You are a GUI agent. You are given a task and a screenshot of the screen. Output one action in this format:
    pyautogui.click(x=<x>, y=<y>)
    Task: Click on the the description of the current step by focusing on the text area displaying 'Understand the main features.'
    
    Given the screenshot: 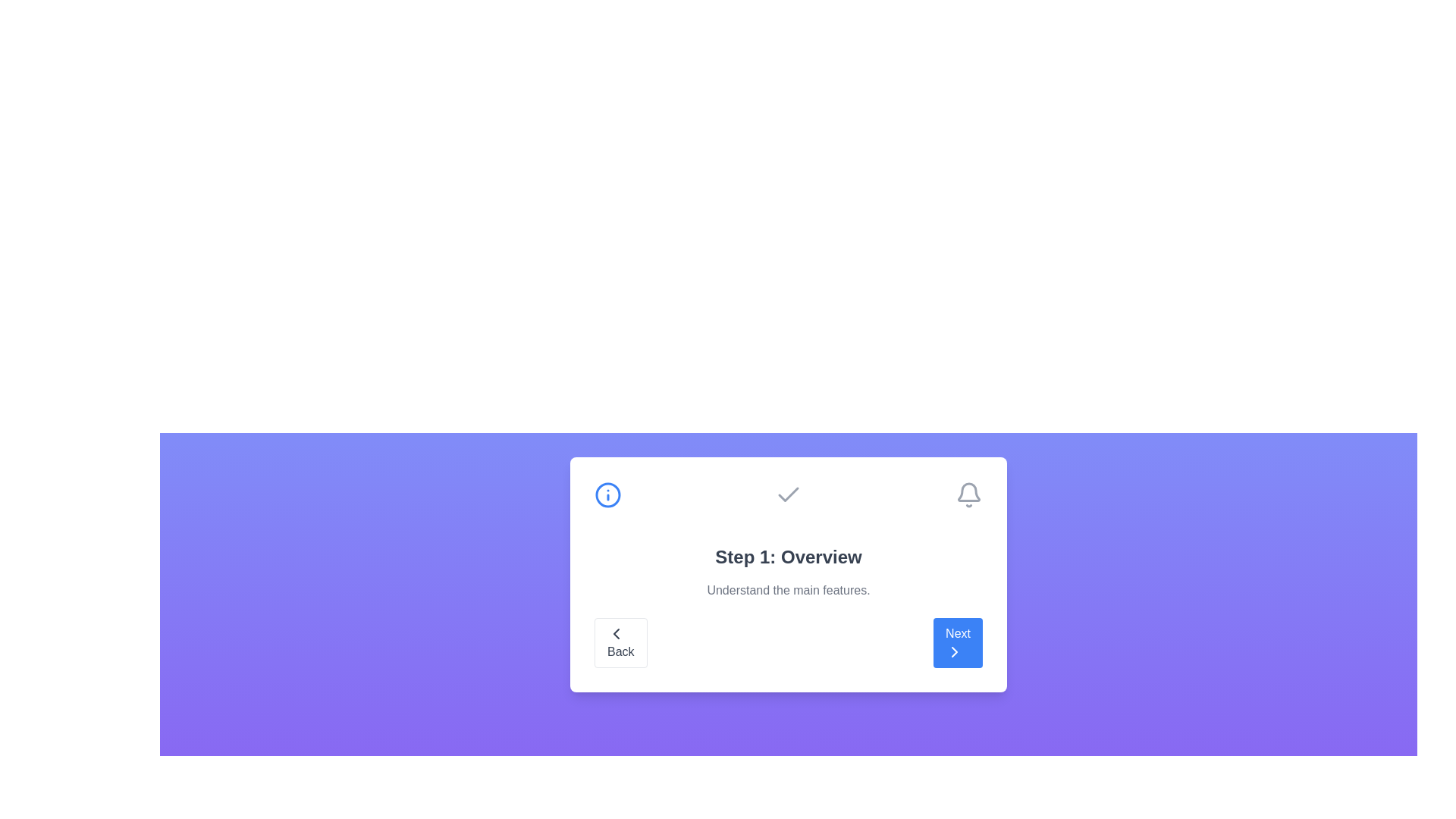 What is the action you would take?
    pyautogui.click(x=789, y=590)
    